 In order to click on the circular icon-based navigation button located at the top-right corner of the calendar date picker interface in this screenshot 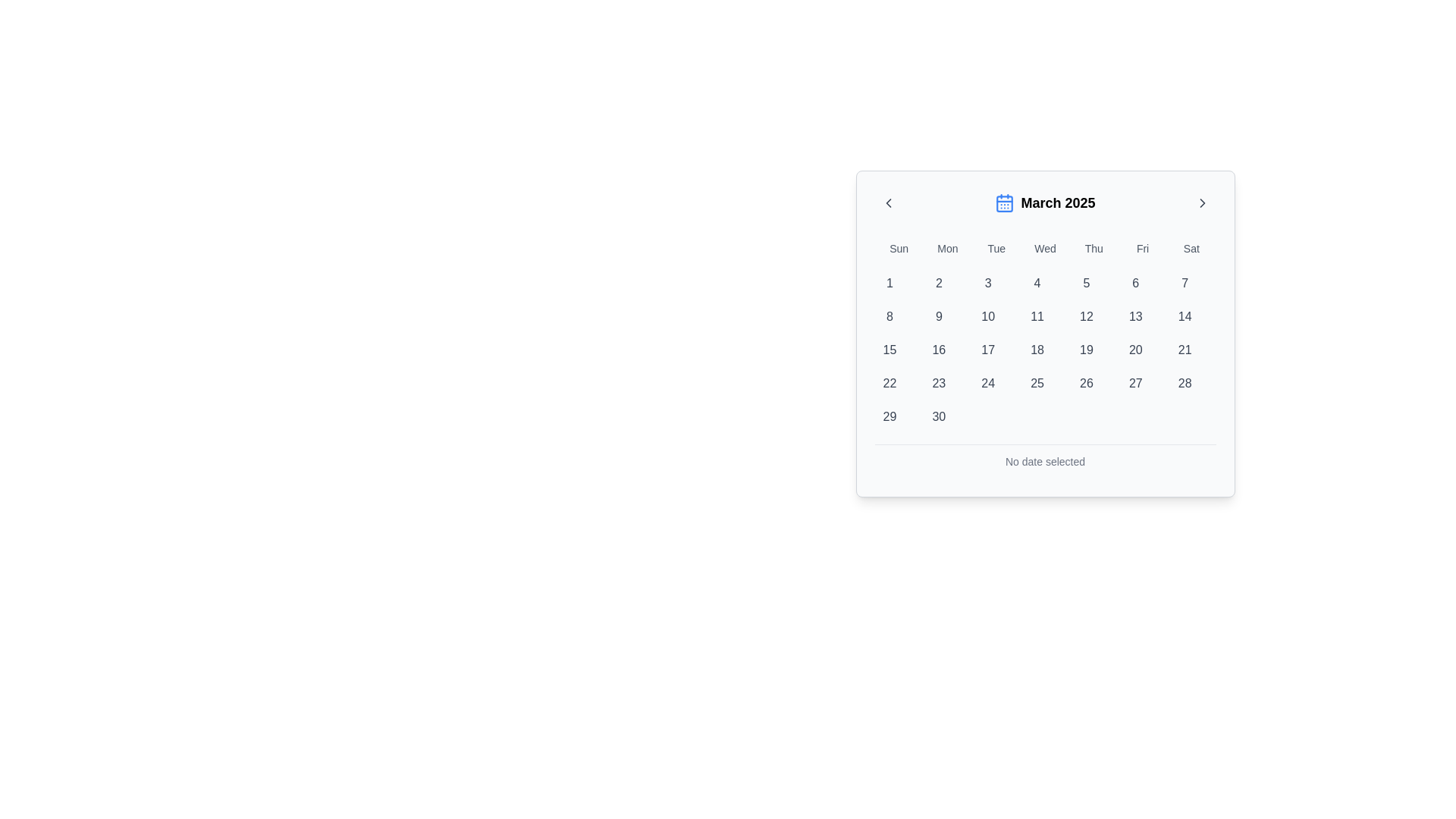, I will do `click(1201, 202)`.